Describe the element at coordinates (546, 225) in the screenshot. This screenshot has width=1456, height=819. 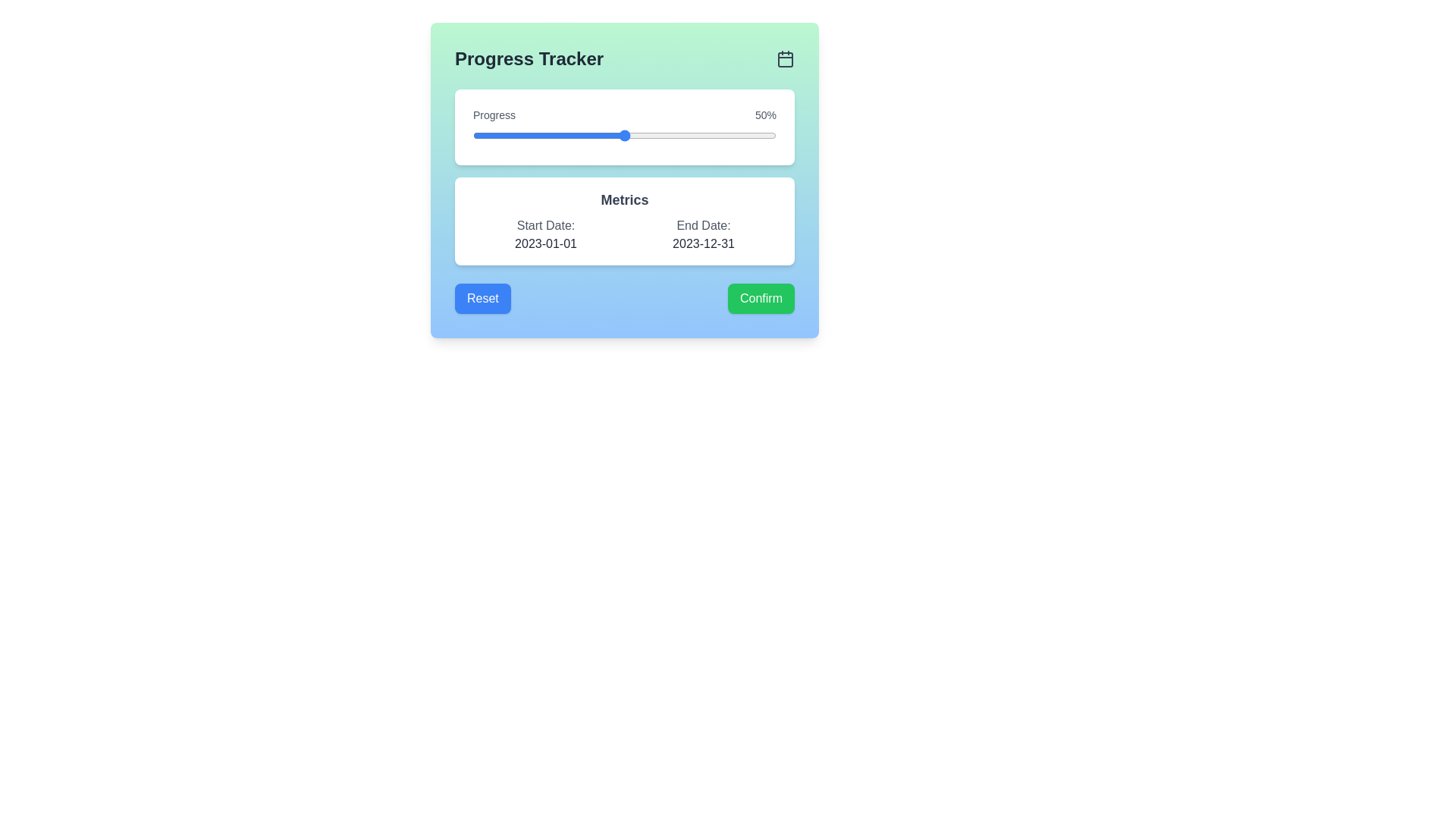
I see `the label indicating the meaning of the adjacent date field, which displays 'Start Date:'` at that location.